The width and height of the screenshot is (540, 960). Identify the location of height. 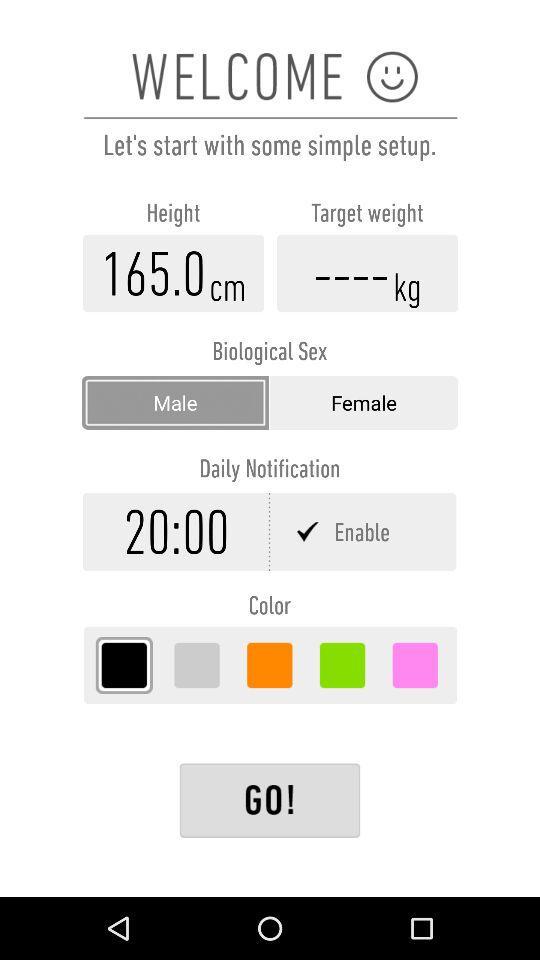
(173, 272).